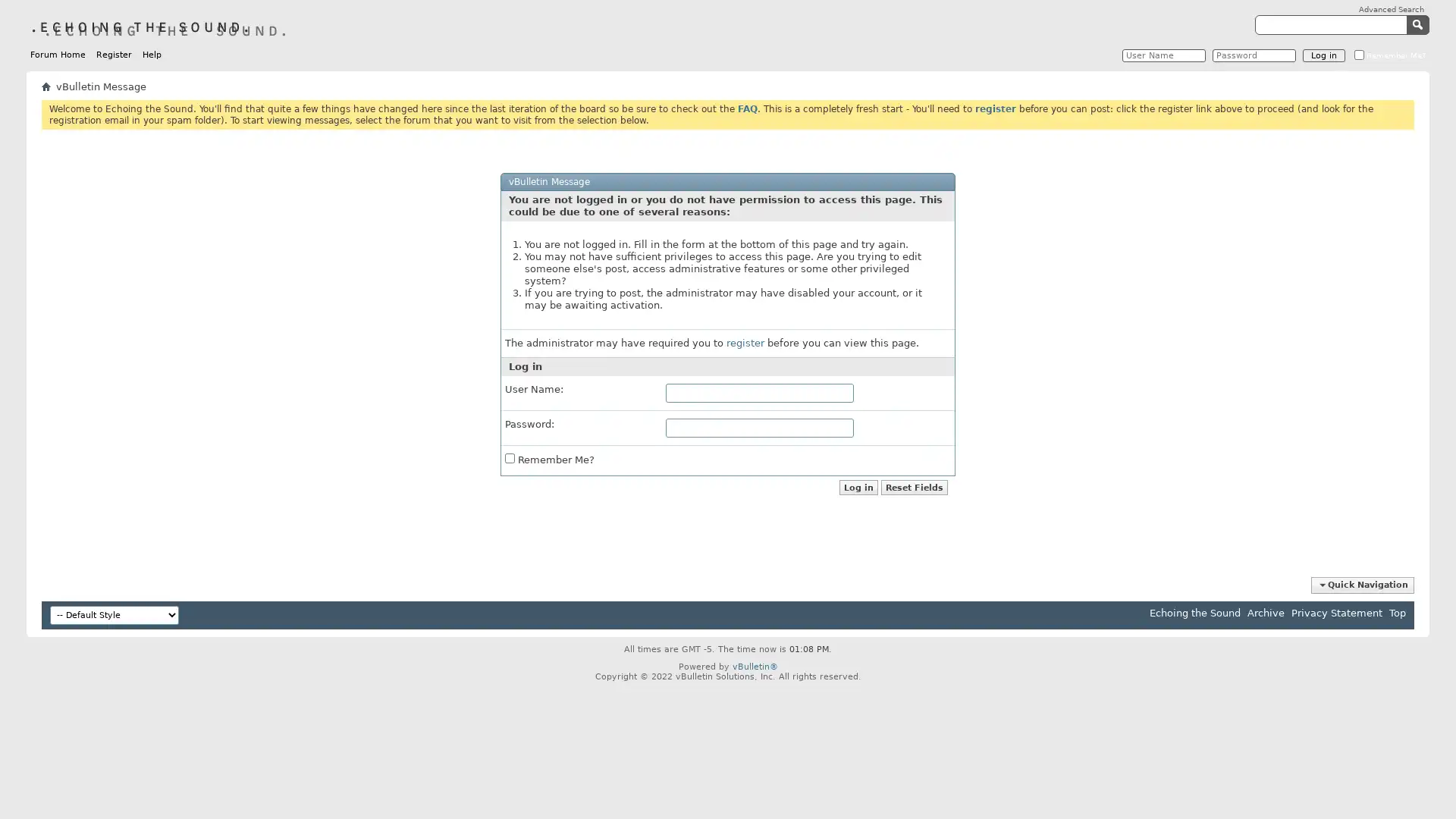  I want to click on Log in, so click(1323, 55).